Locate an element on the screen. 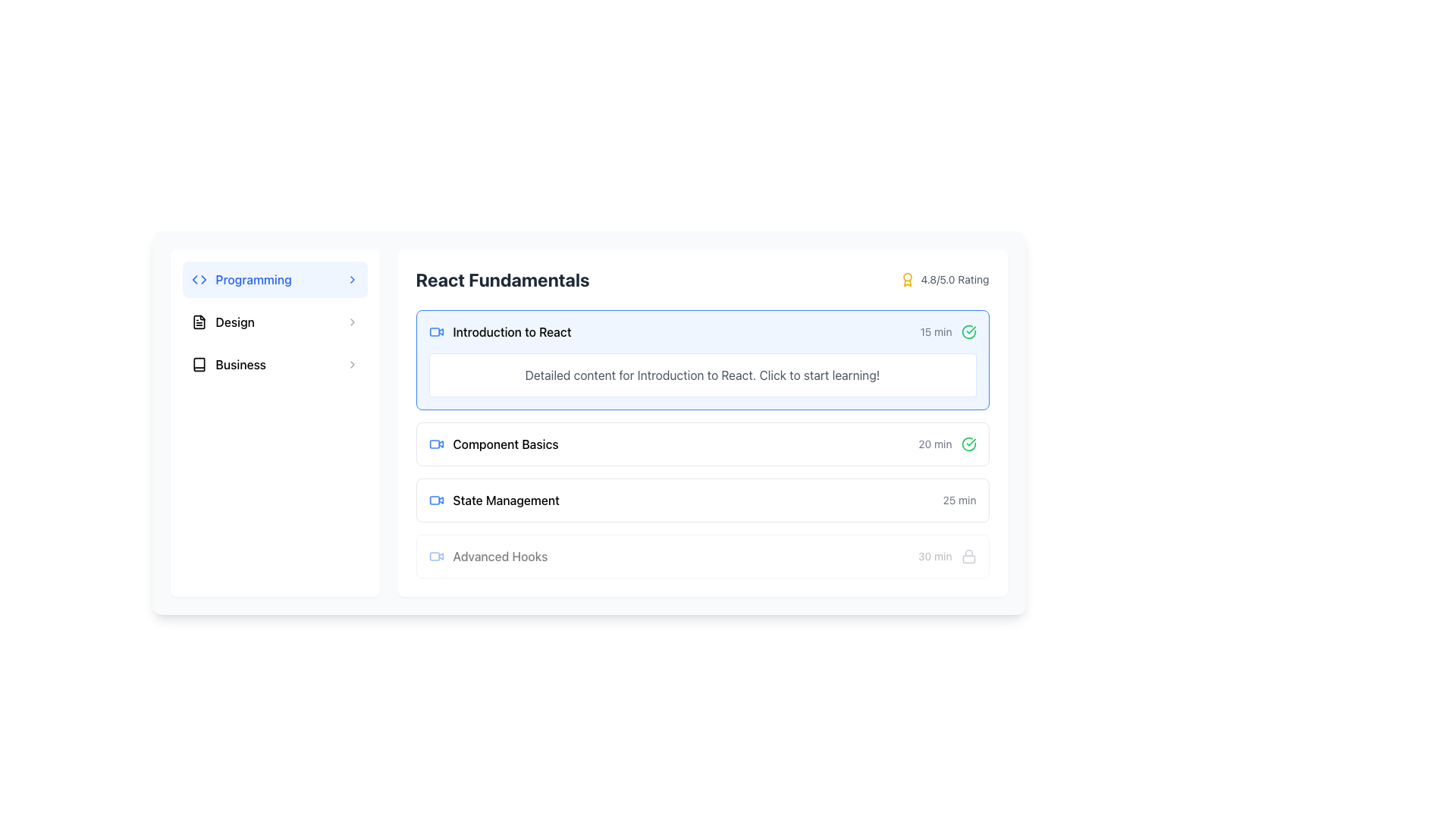  the icon that visually emphasizes the excellent rating score next to the '4.8/5.0 Rating' text, located at the top right corner of the 'React Fundamentals' section is located at coordinates (907, 280).